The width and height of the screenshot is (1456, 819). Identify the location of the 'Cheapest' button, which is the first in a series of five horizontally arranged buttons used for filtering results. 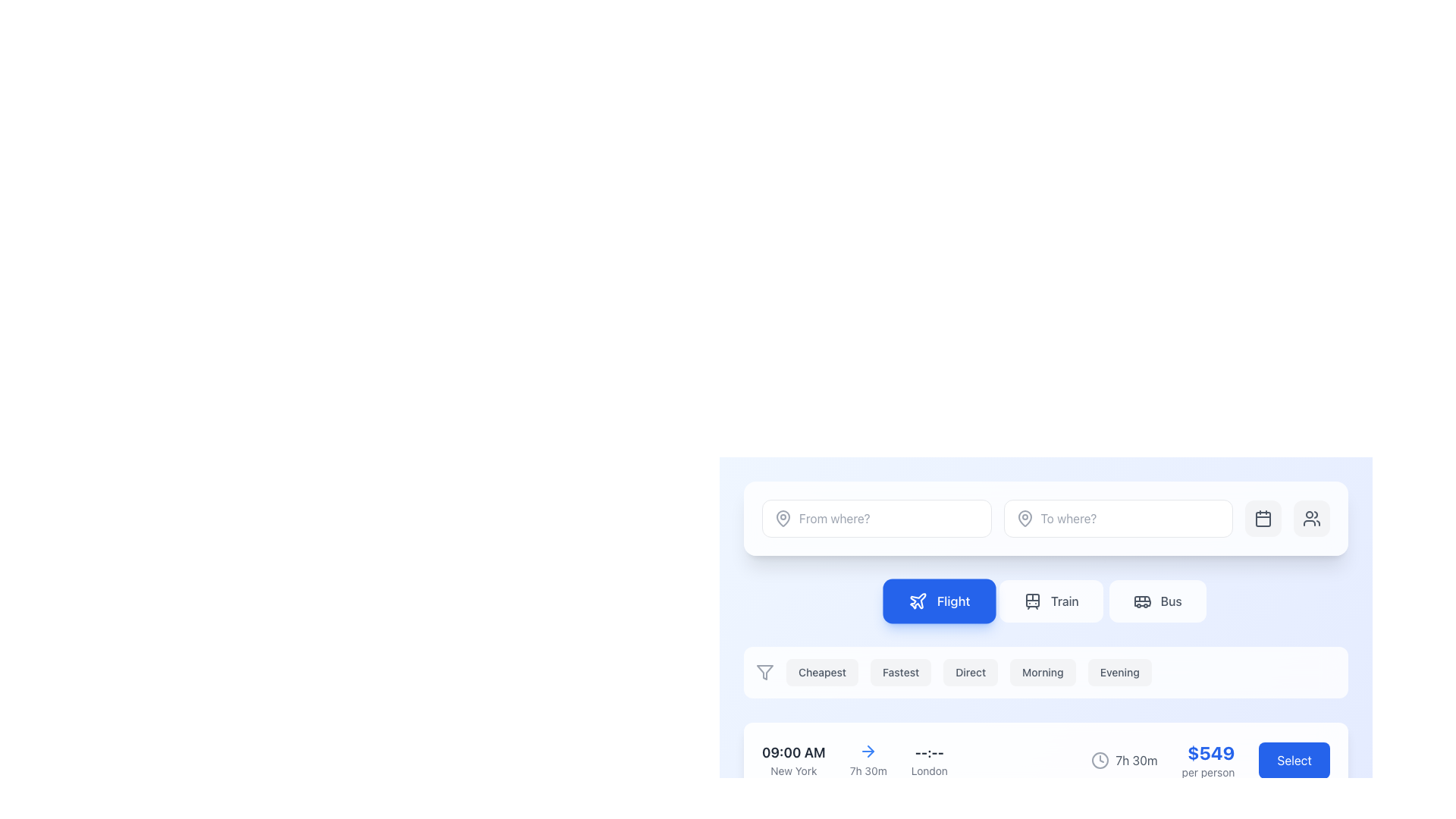
(821, 672).